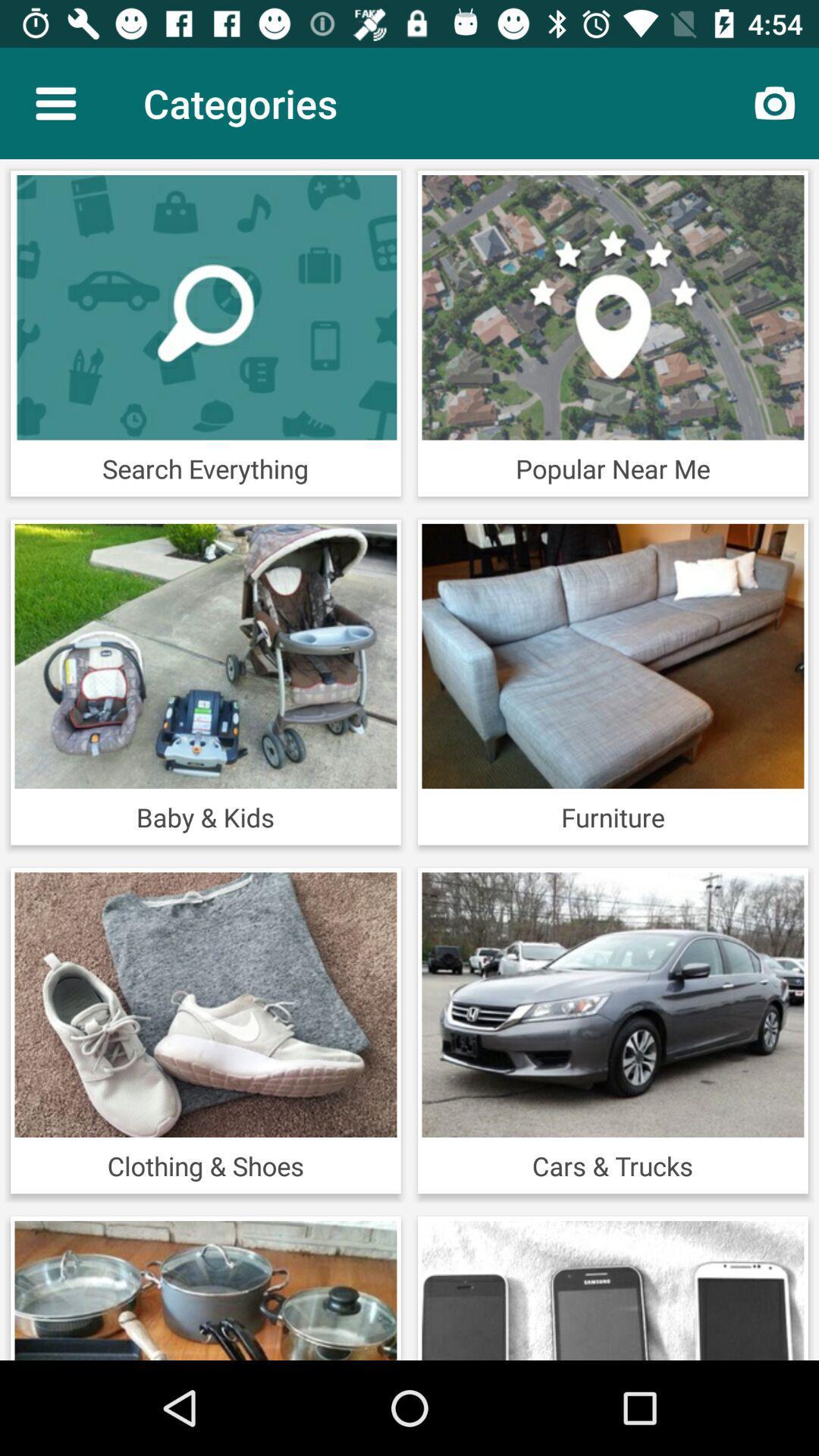  I want to click on the icon next to the categories, so click(55, 102).